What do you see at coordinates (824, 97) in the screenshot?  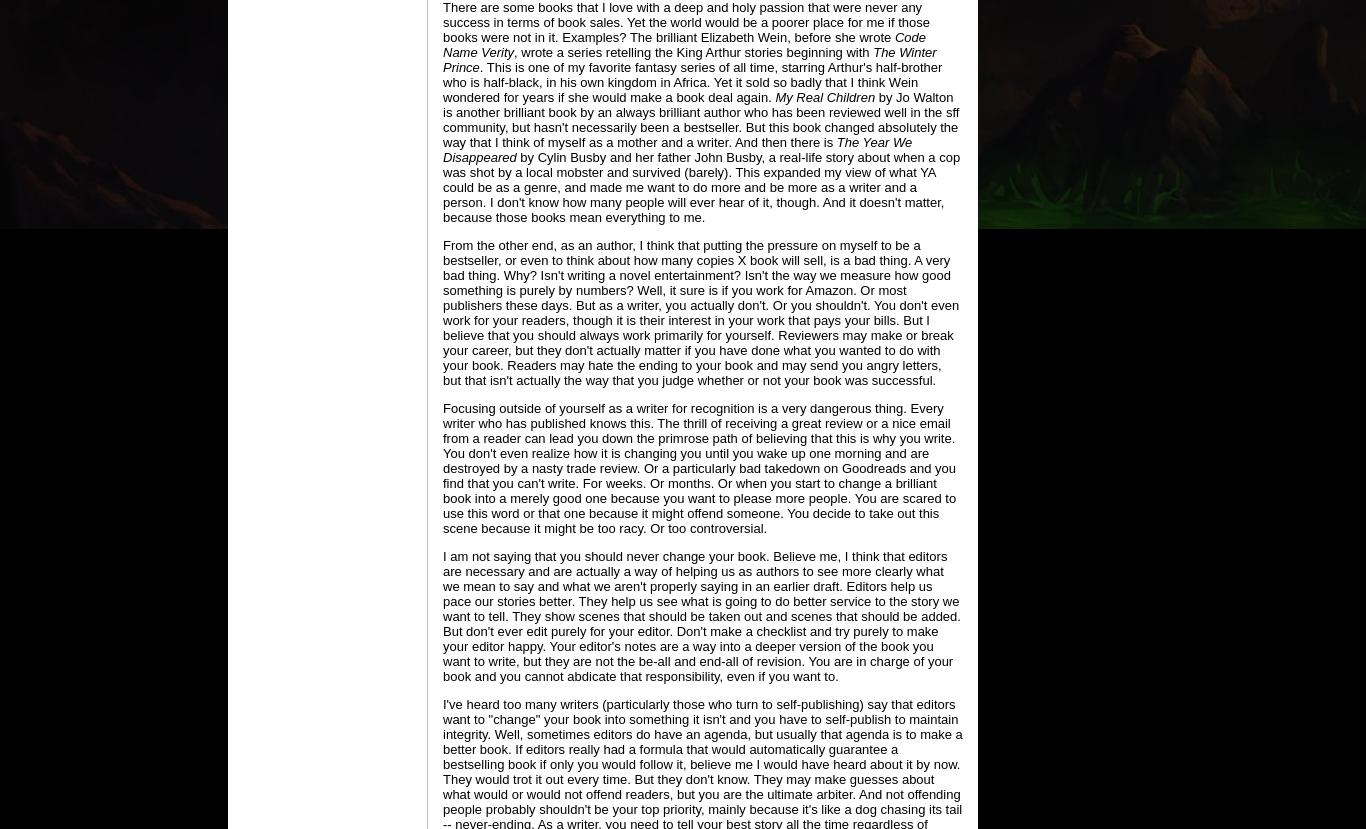 I see `'My Real Children'` at bounding box center [824, 97].